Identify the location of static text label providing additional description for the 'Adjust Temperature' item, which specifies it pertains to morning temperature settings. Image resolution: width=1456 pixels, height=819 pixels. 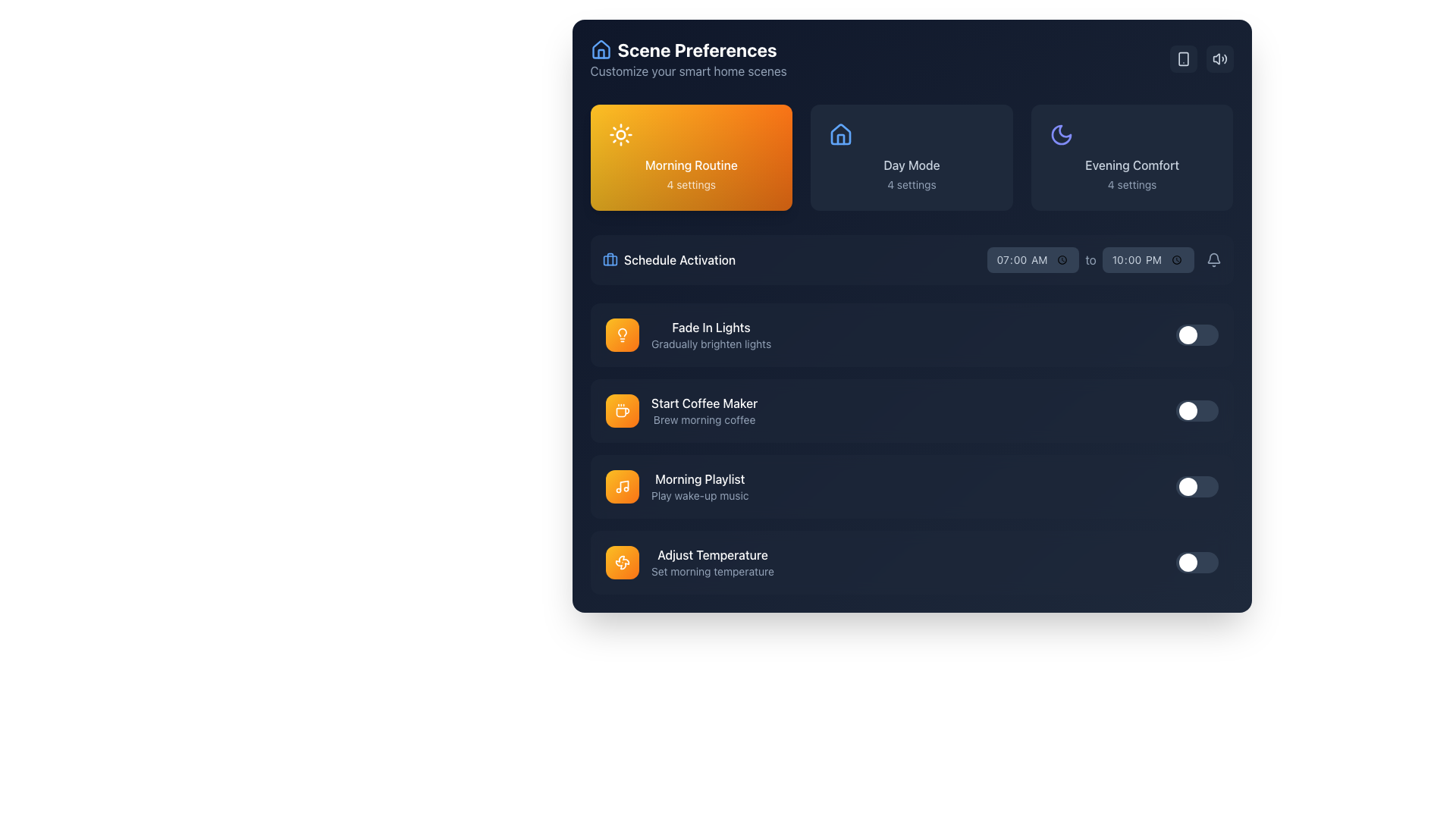
(711, 571).